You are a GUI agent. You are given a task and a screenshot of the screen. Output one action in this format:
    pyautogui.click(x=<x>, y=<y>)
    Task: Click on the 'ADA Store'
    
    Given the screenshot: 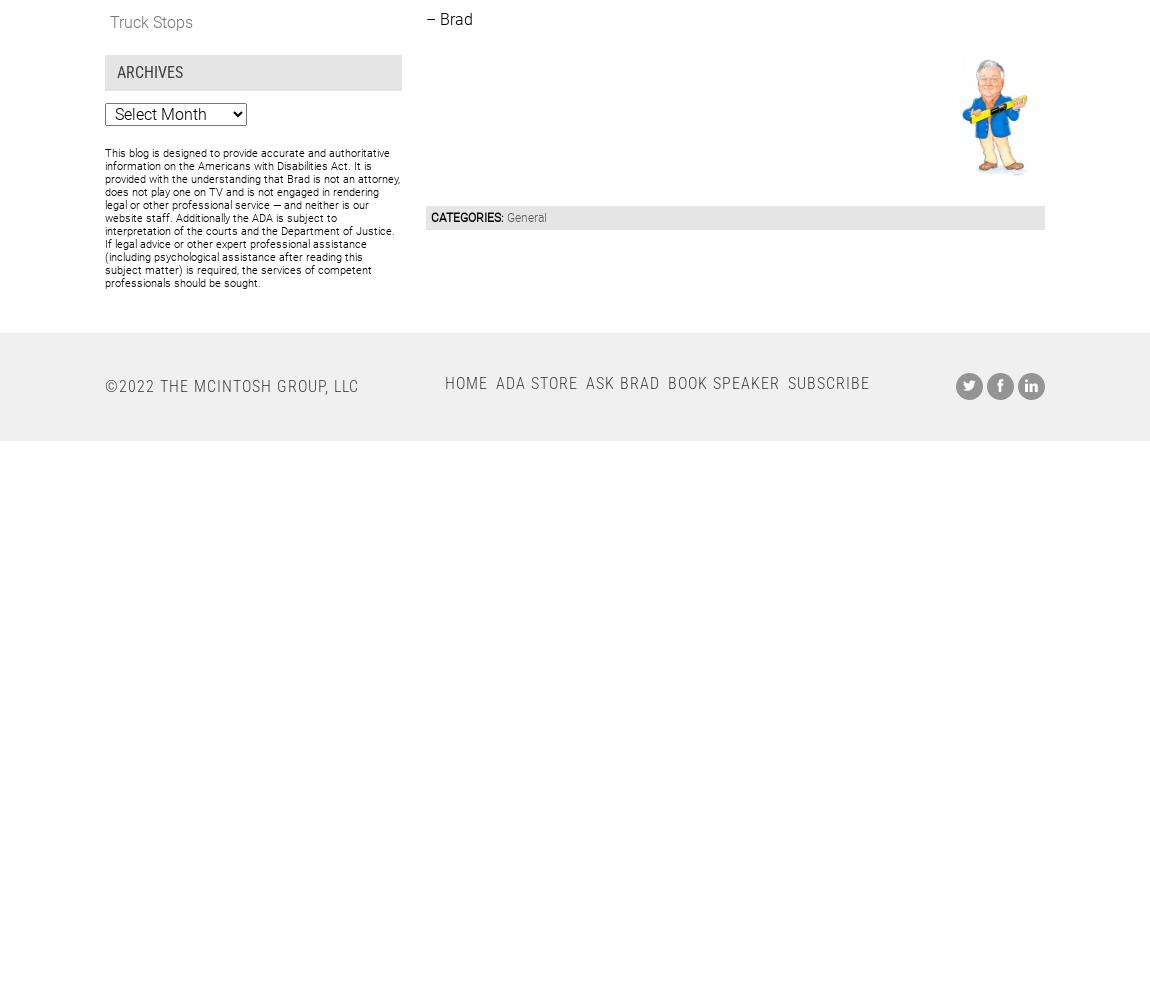 What is the action you would take?
    pyautogui.click(x=495, y=382)
    